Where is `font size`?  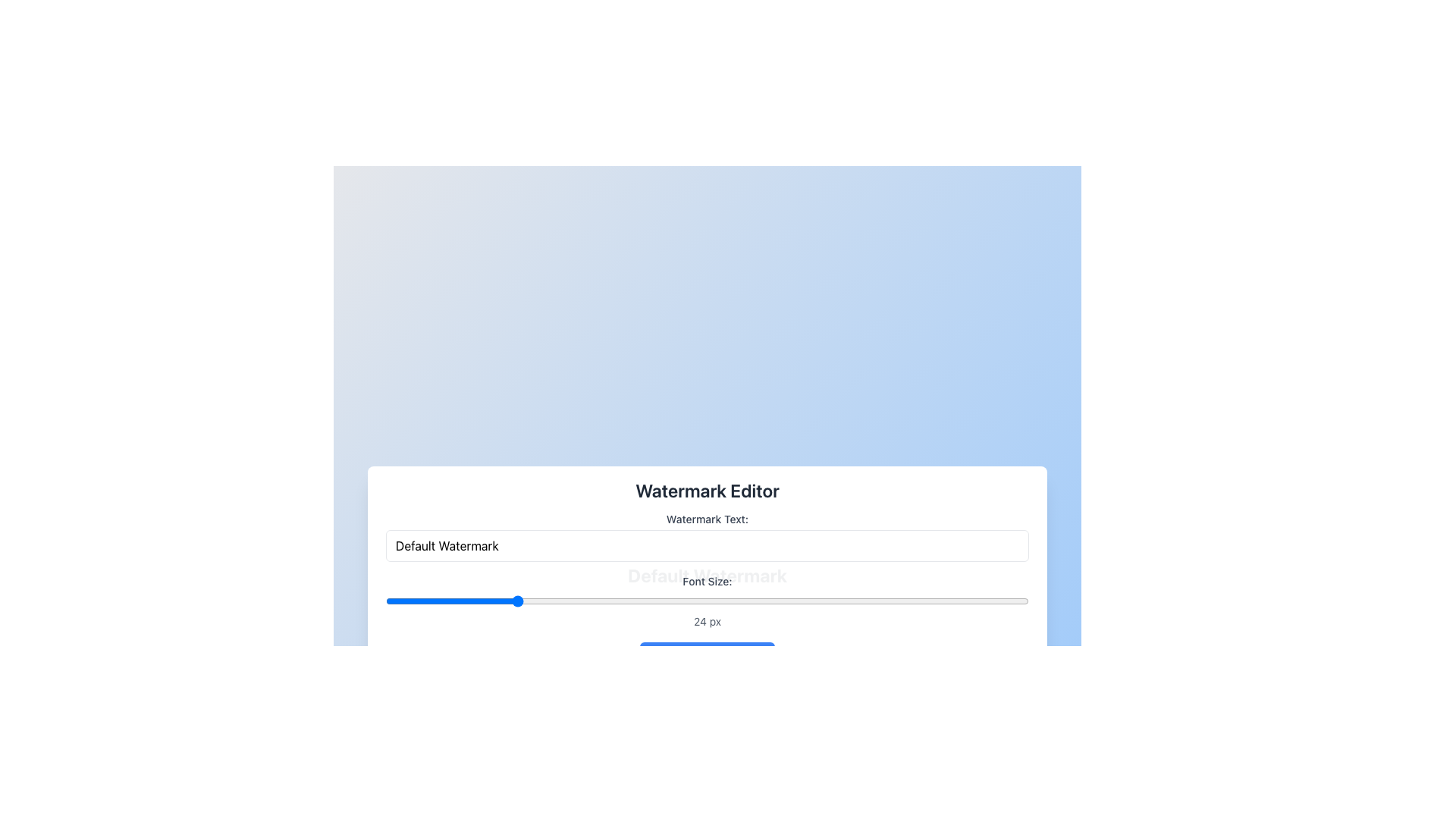
font size is located at coordinates (771, 601).